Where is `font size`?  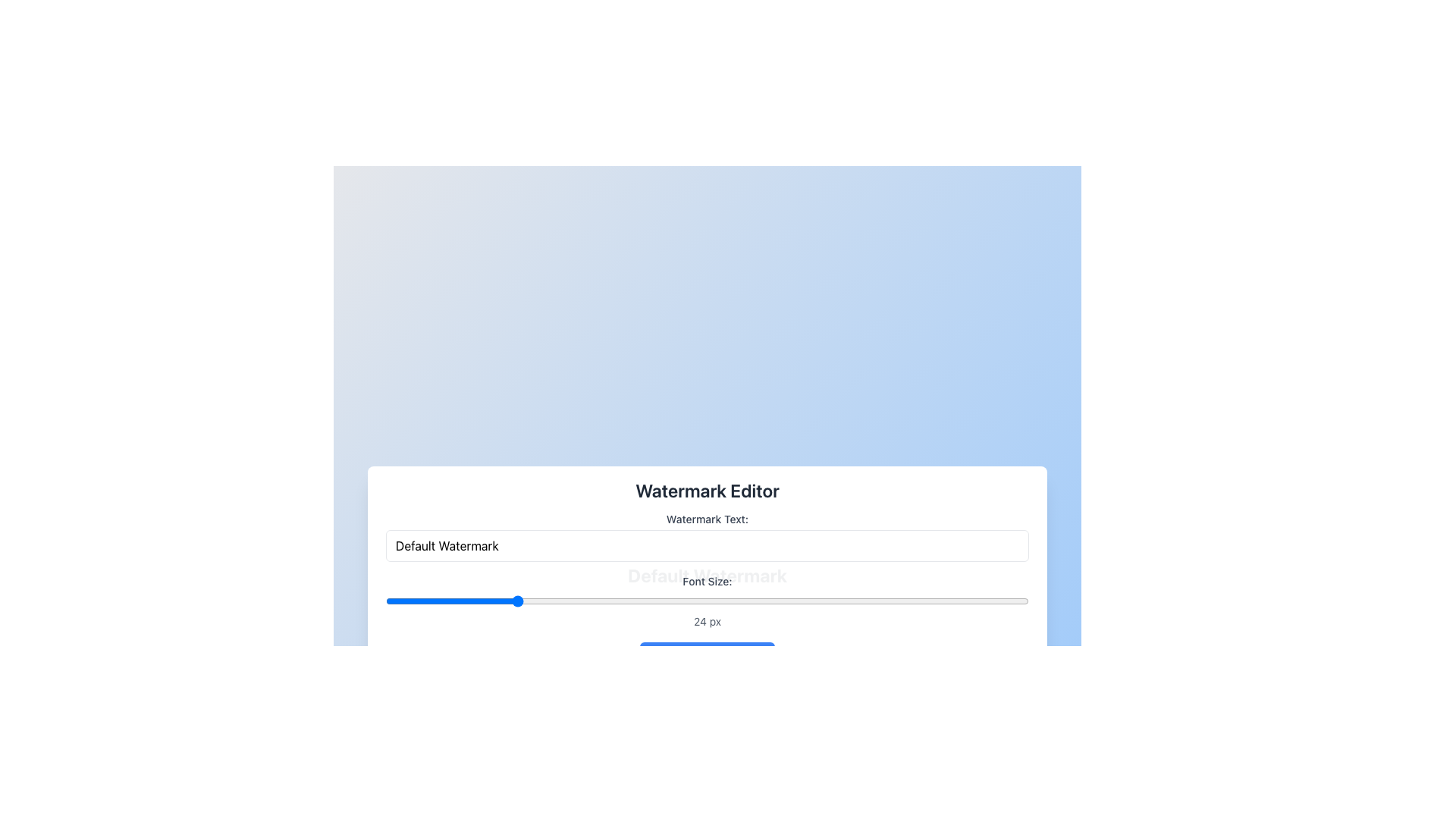
font size is located at coordinates (771, 601).